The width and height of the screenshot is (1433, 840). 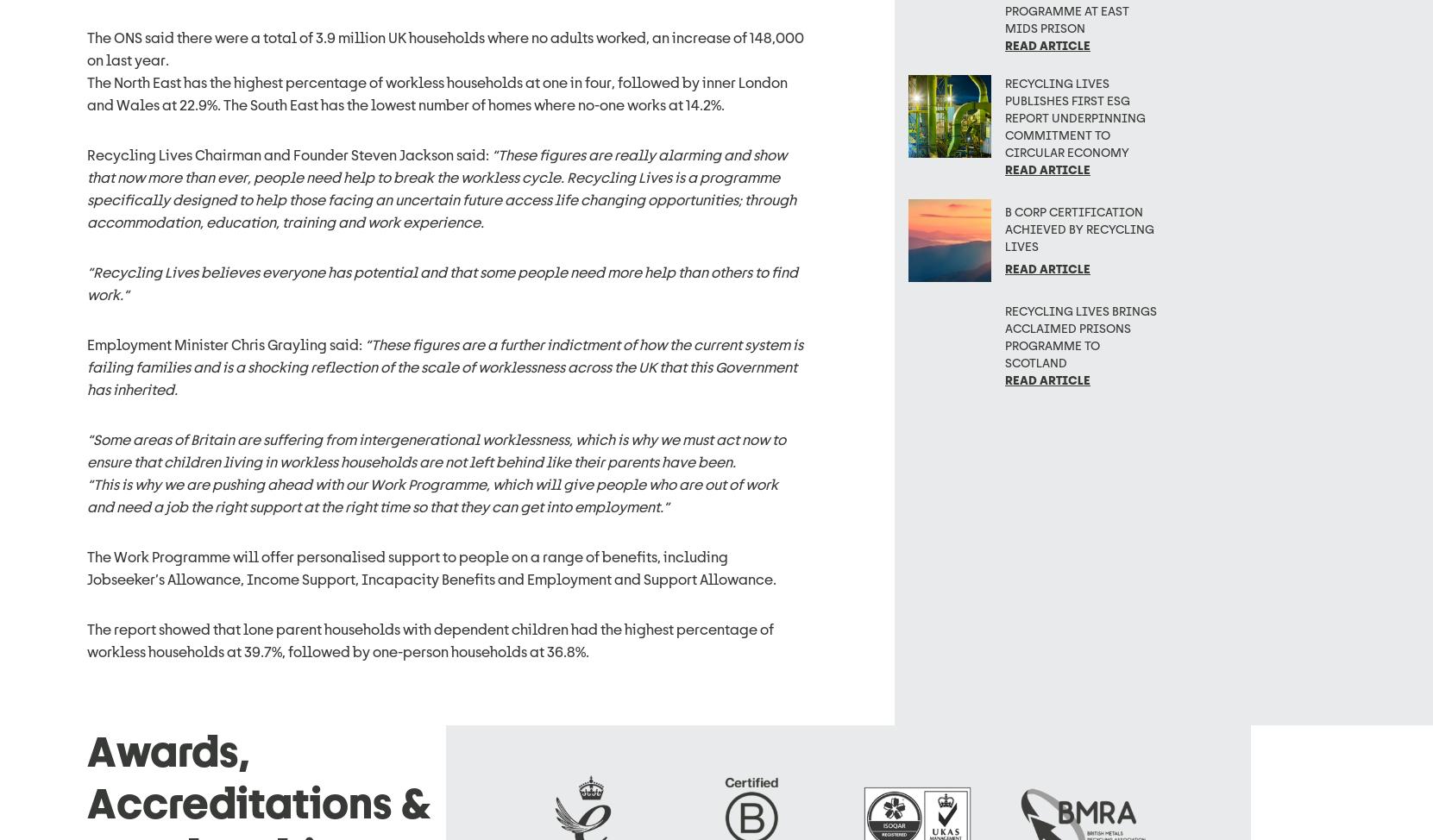 I want to click on 'uk.info@recyclinglives.com', so click(x=179, y=649).